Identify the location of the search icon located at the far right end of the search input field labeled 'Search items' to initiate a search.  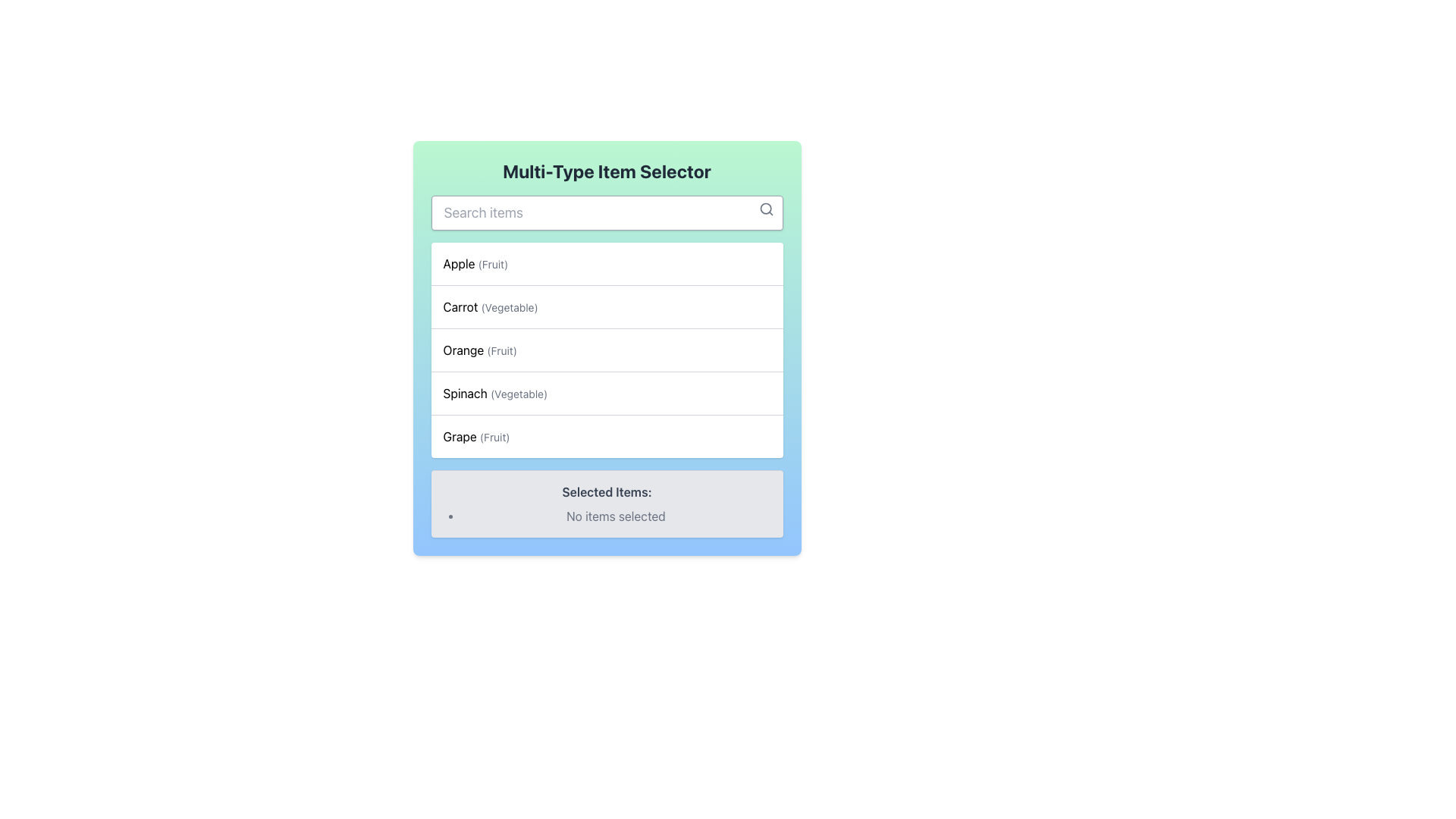
(766, 209).